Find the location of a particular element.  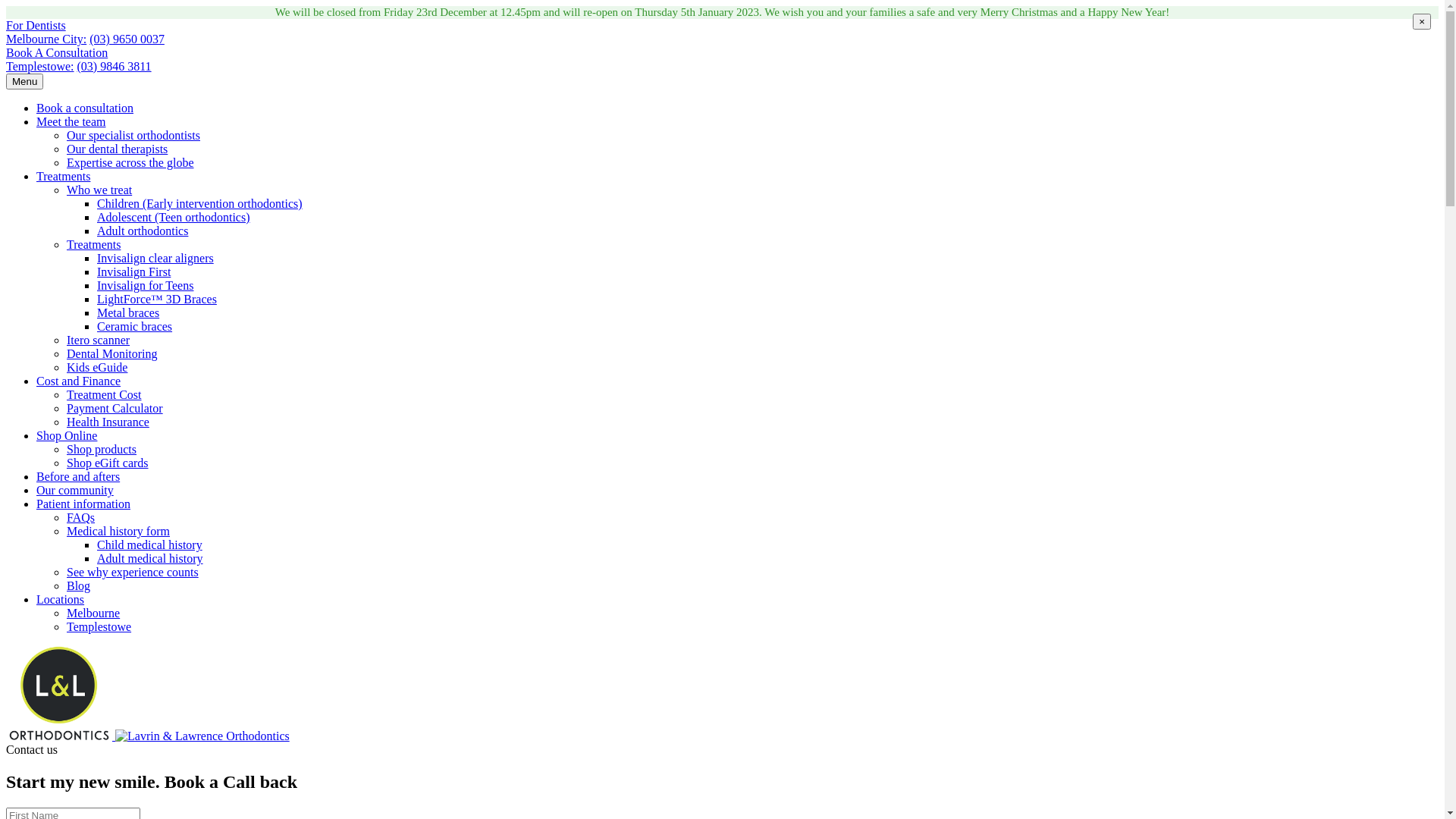

'Children (Early intervention orthodontics)' is located at coordinates (199, 202).